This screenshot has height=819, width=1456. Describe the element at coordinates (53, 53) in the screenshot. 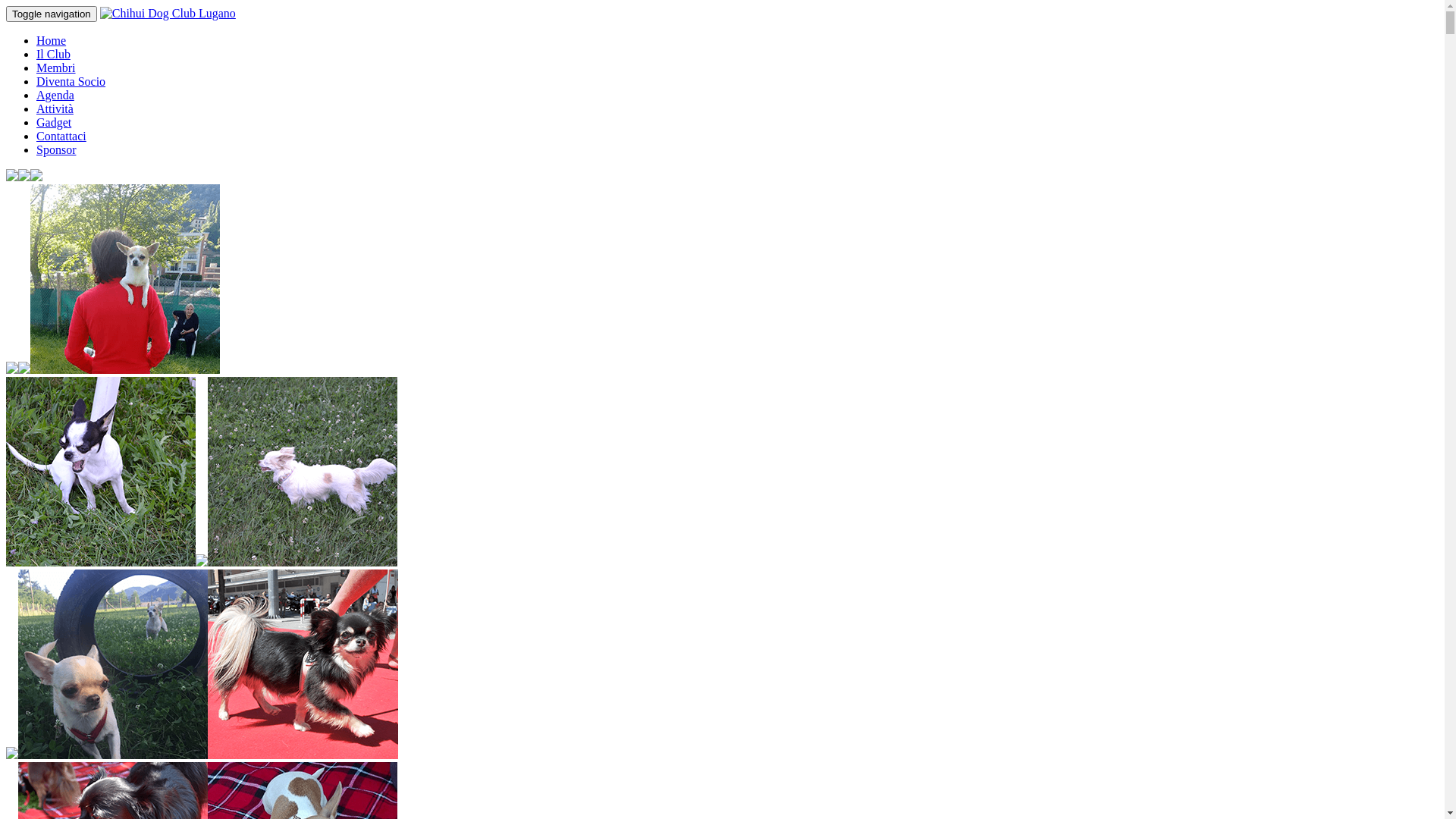

I see `'Il Club'` at that location.